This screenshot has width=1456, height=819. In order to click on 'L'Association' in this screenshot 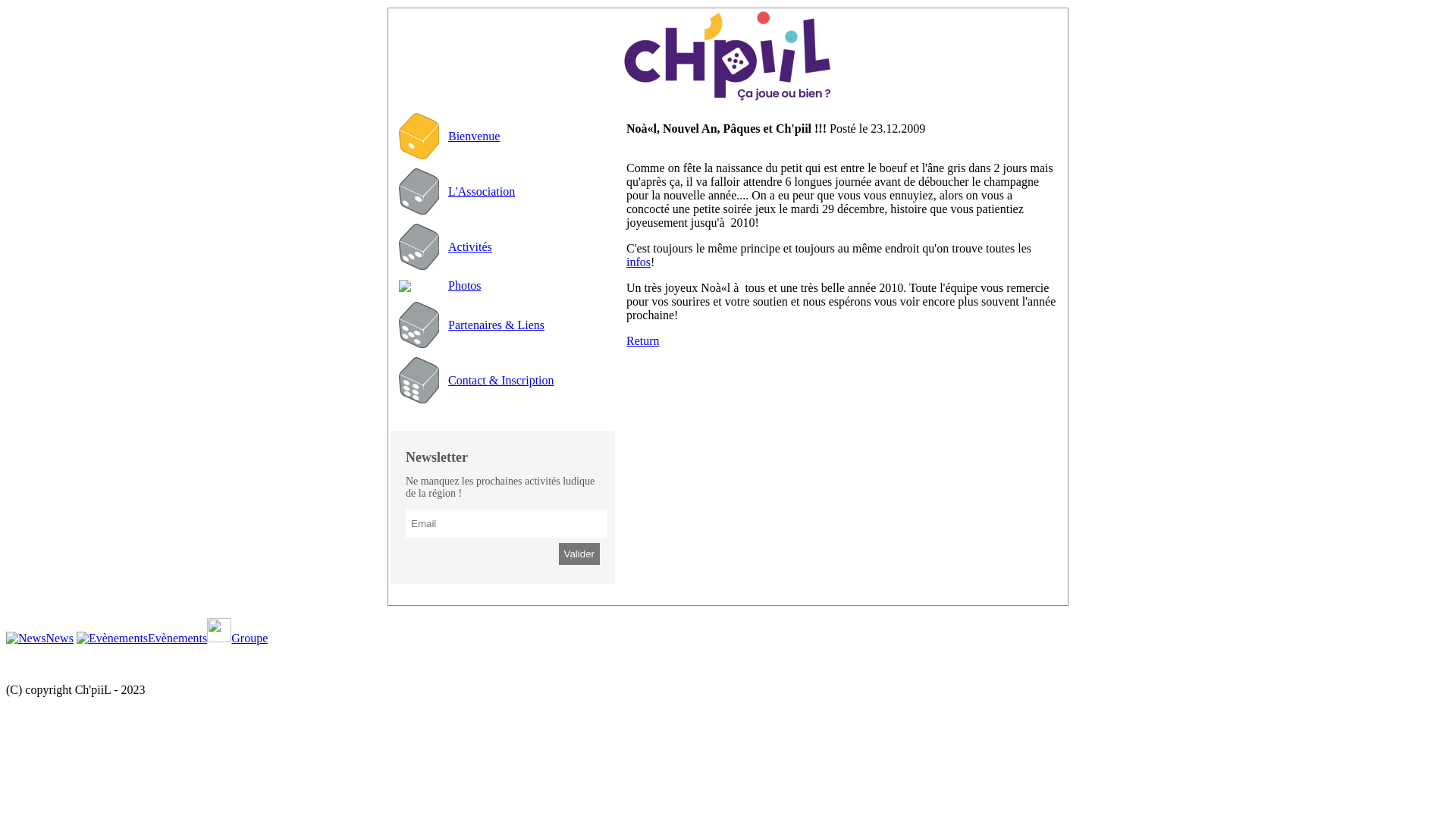, I will do `click(480, 190)`.